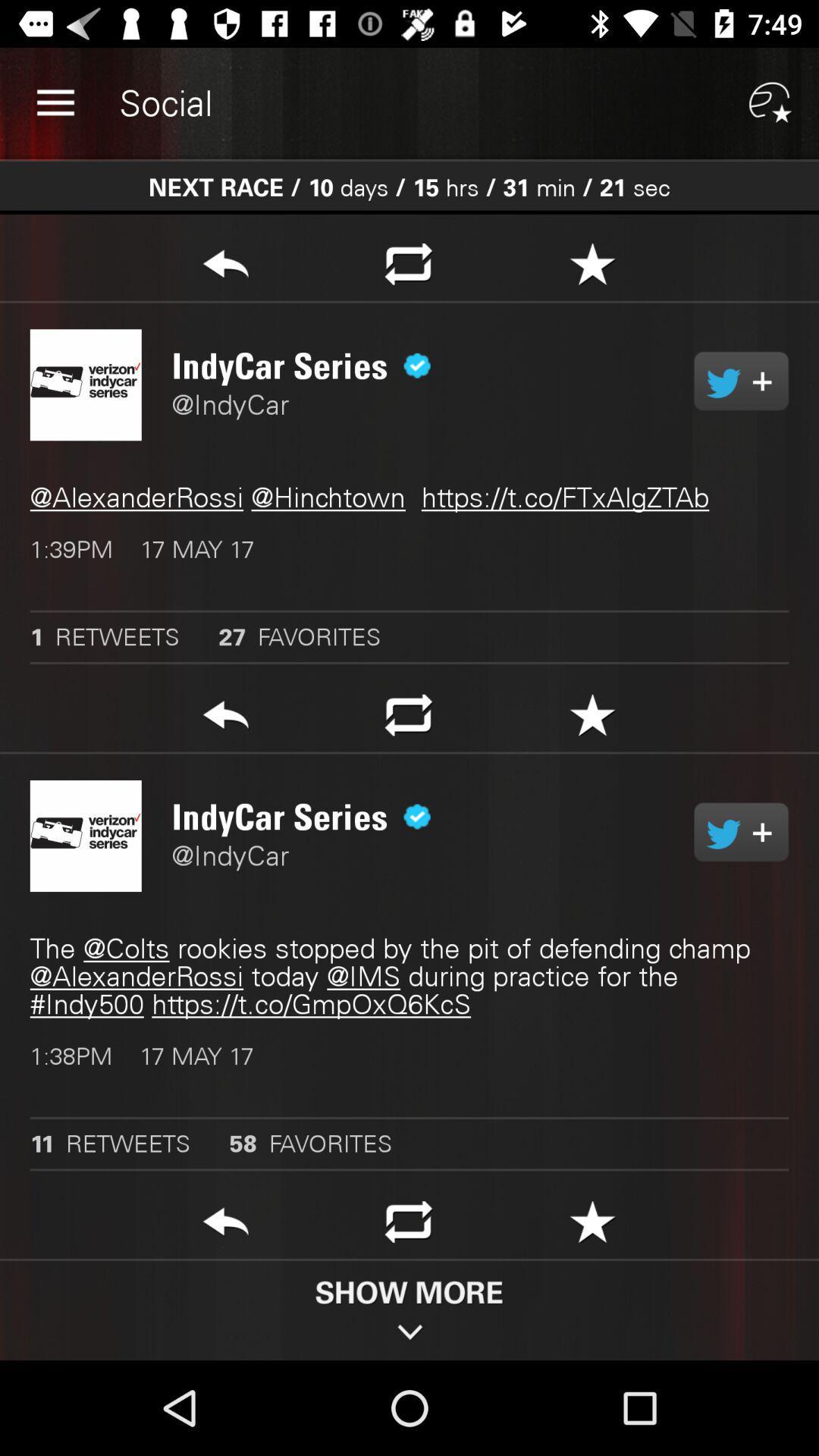 The image size is (819, 1456). I want to click on go back, so click(225, 268).